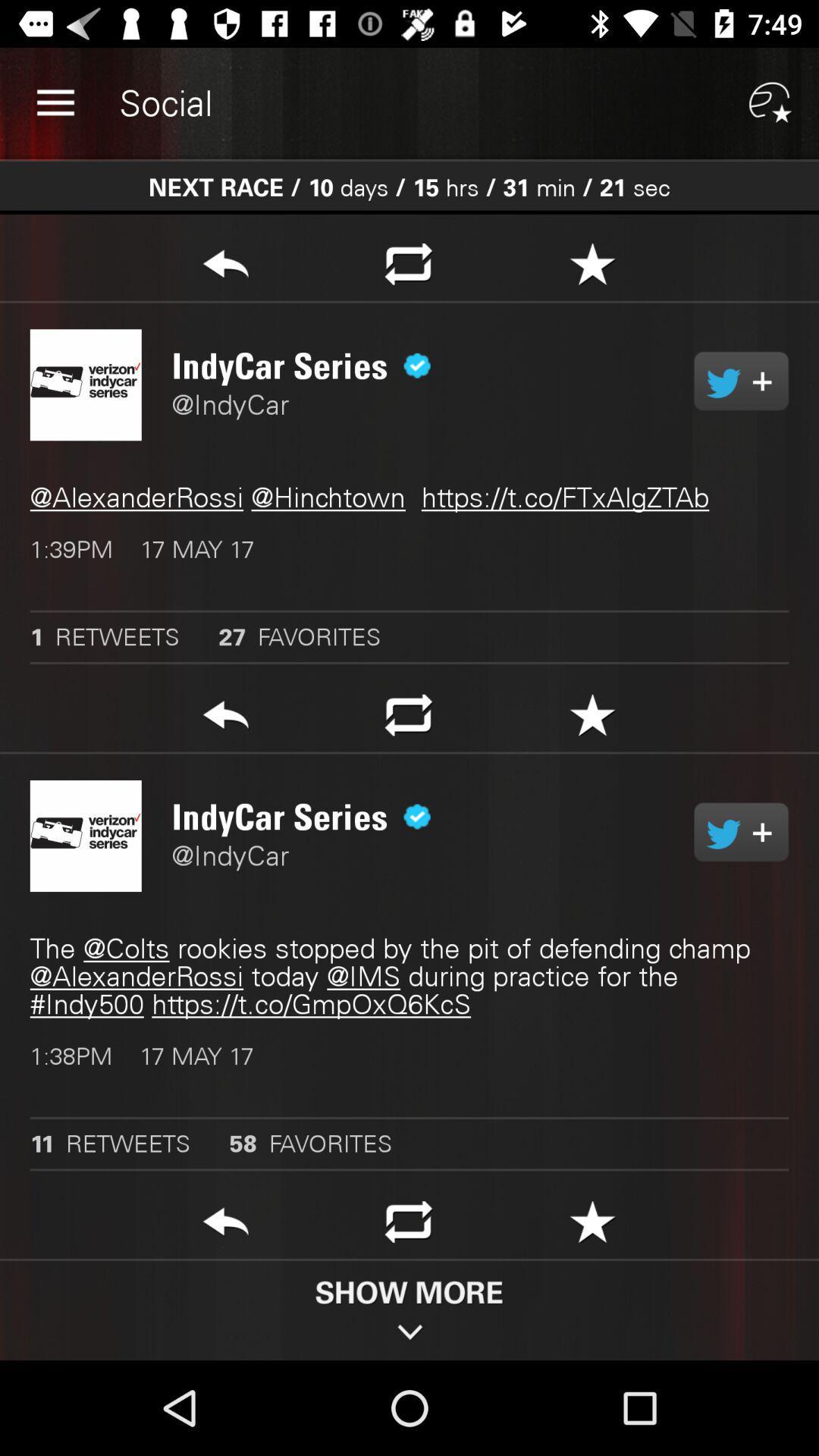 The image size is (819, 1456). I want to click on go back, so click(225, 268).